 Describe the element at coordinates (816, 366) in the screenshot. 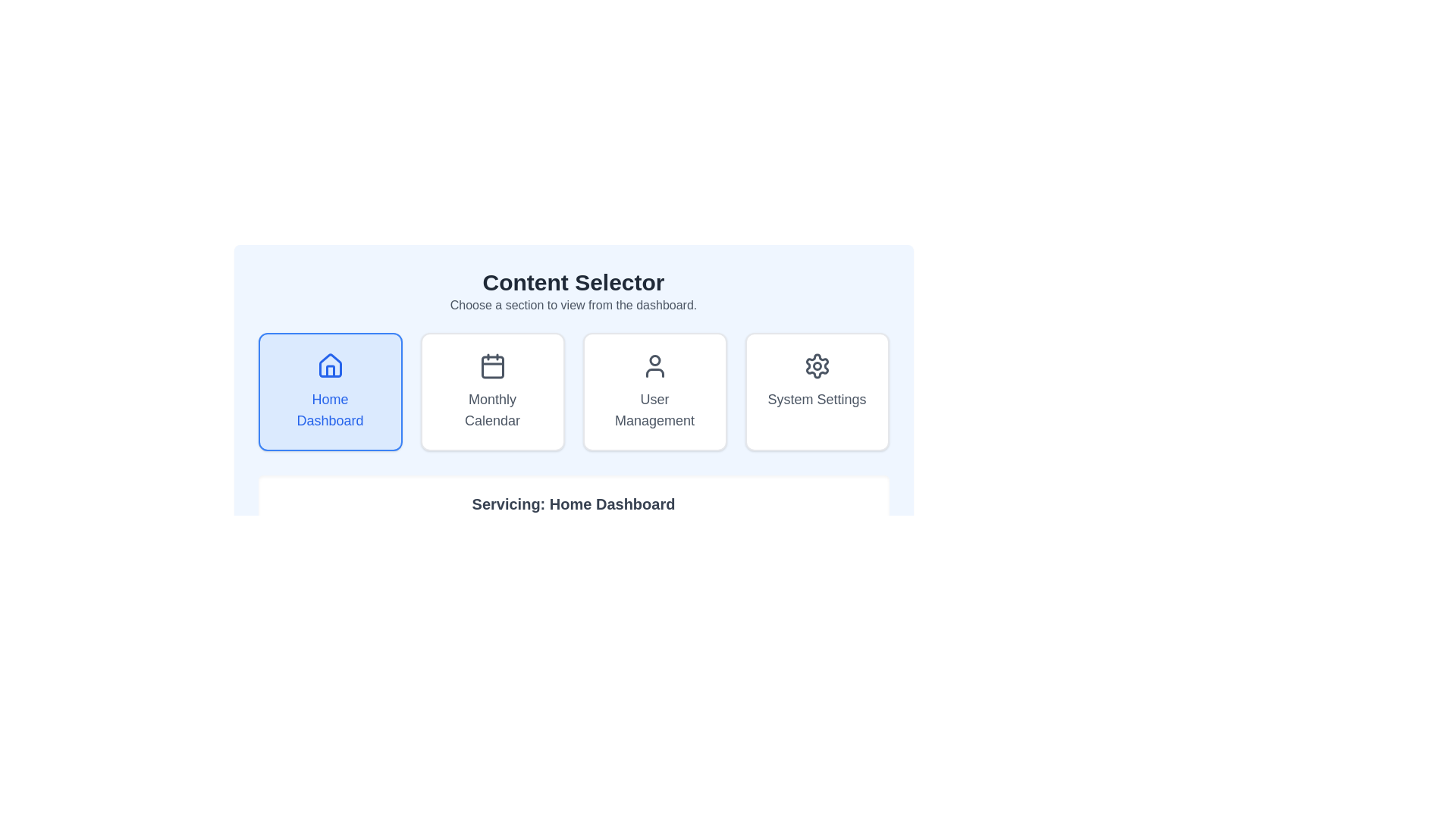

I see `the circular dot located at the center of the gear icon in the 'System Settings' section, which enhances the icon's aesthetic` at that location.